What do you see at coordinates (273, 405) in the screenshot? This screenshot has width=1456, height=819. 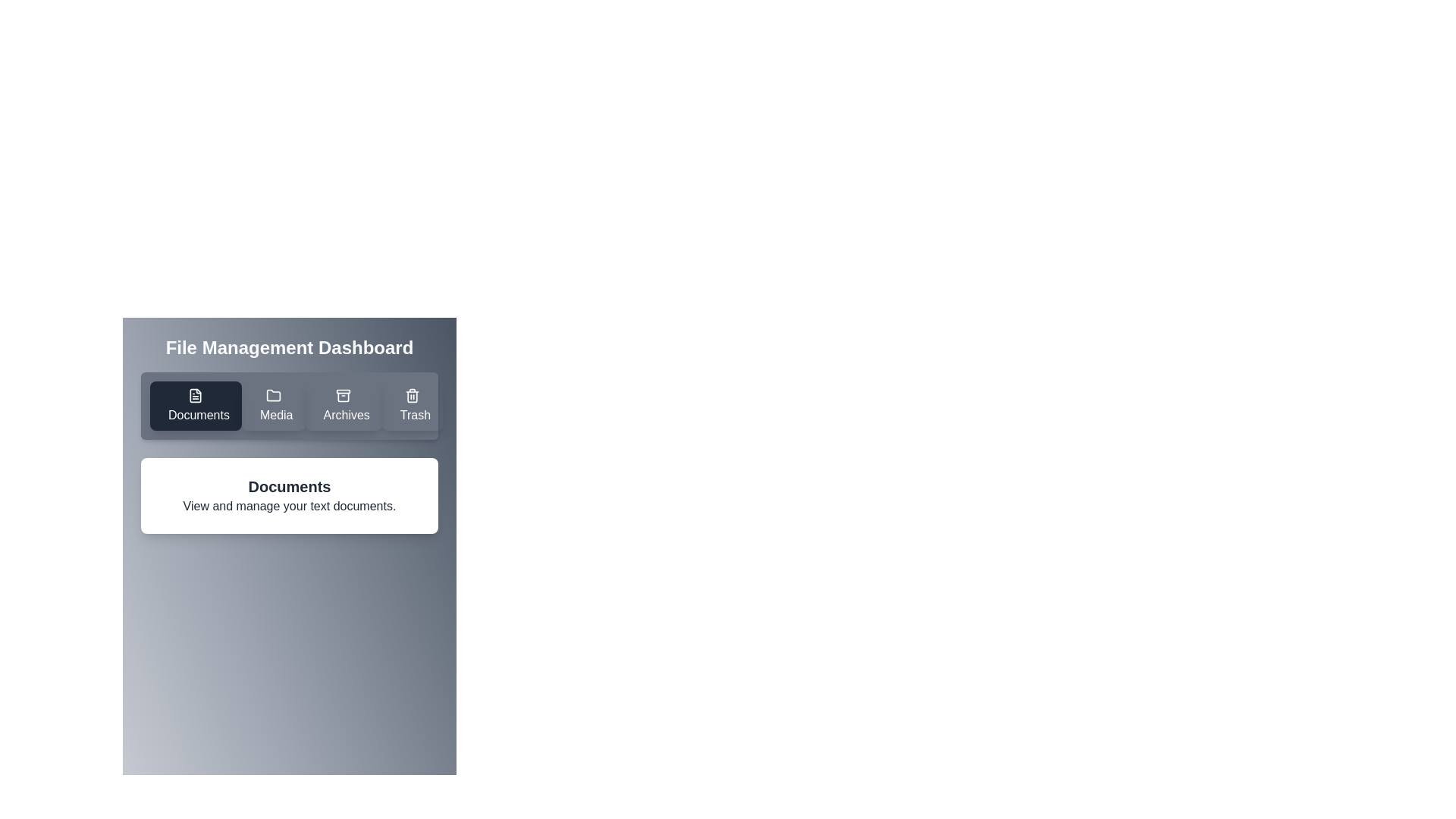 I see `the tab button corresponding to Media` at bounding box center [273, 405].